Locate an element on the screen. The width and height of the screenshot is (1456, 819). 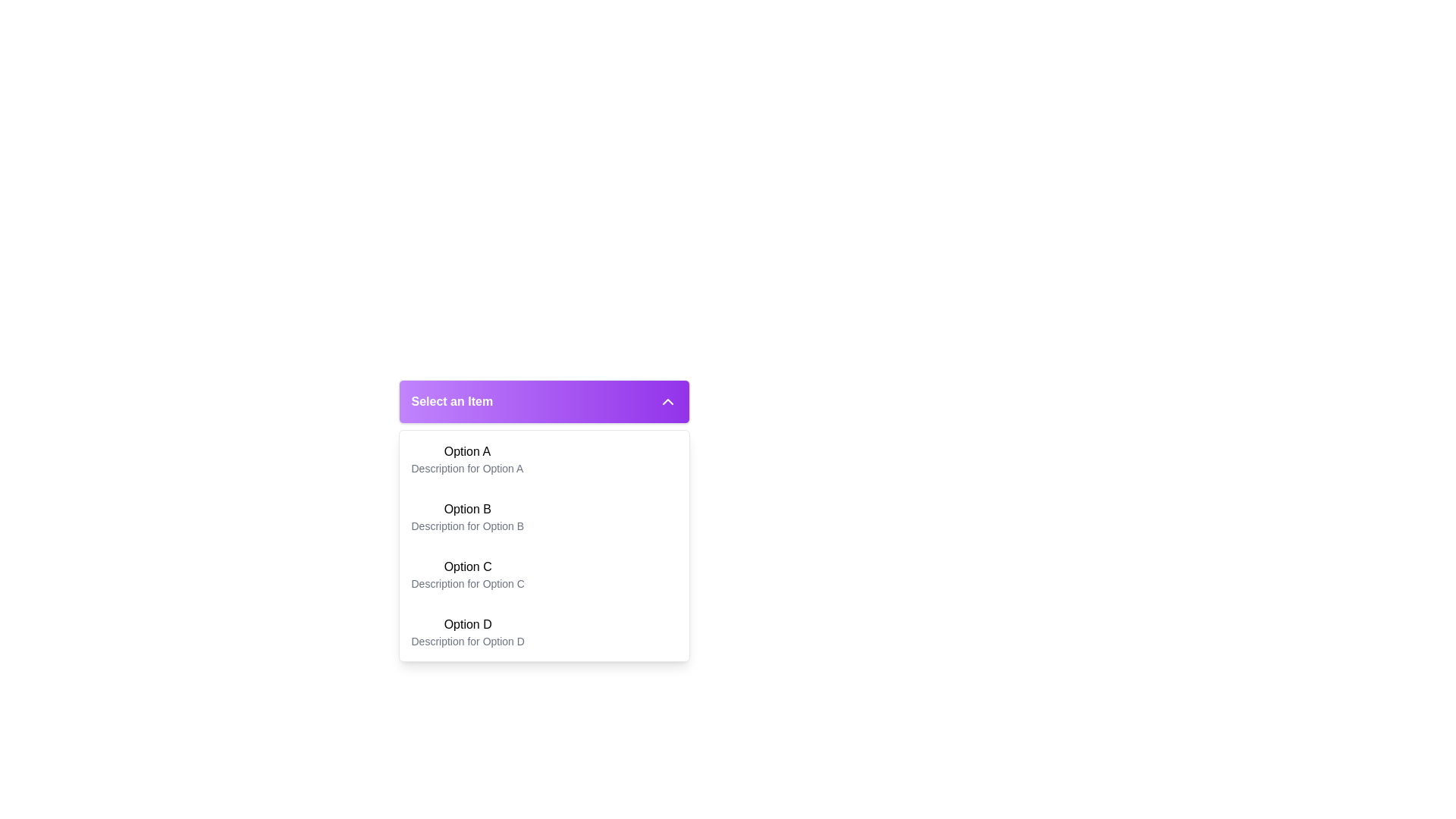
the chevron-up icon with a white outline on the purple gradient header bar labeled 'Select an Item' is located at coordinates (667, 400).